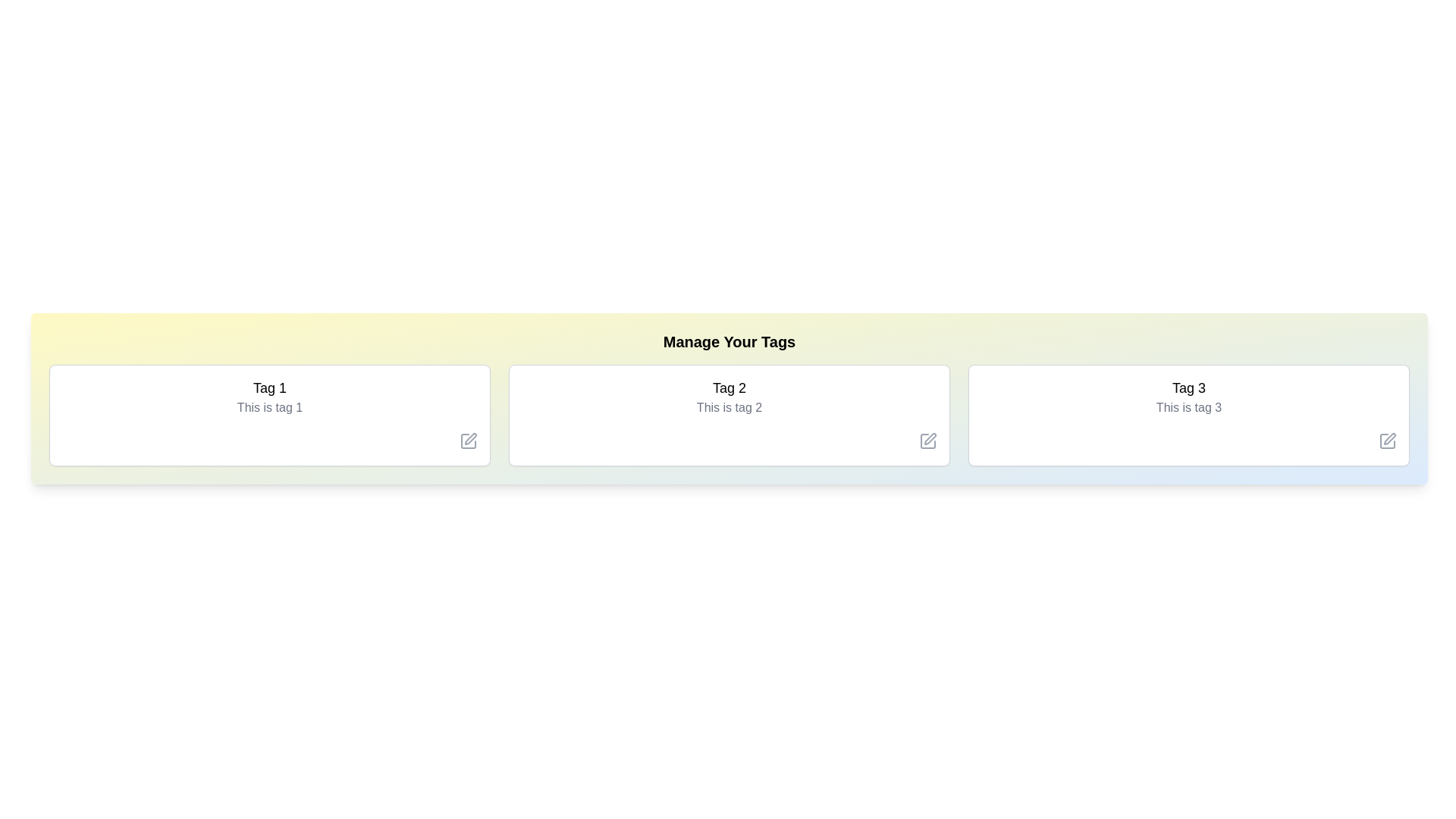 This screenshot has width=1456, height=819. What do you see at coordinates (269, 406) in the screenshot?
I see `the description text of the tag labeled 'Tag 1'` at bounding box center [269, 406].